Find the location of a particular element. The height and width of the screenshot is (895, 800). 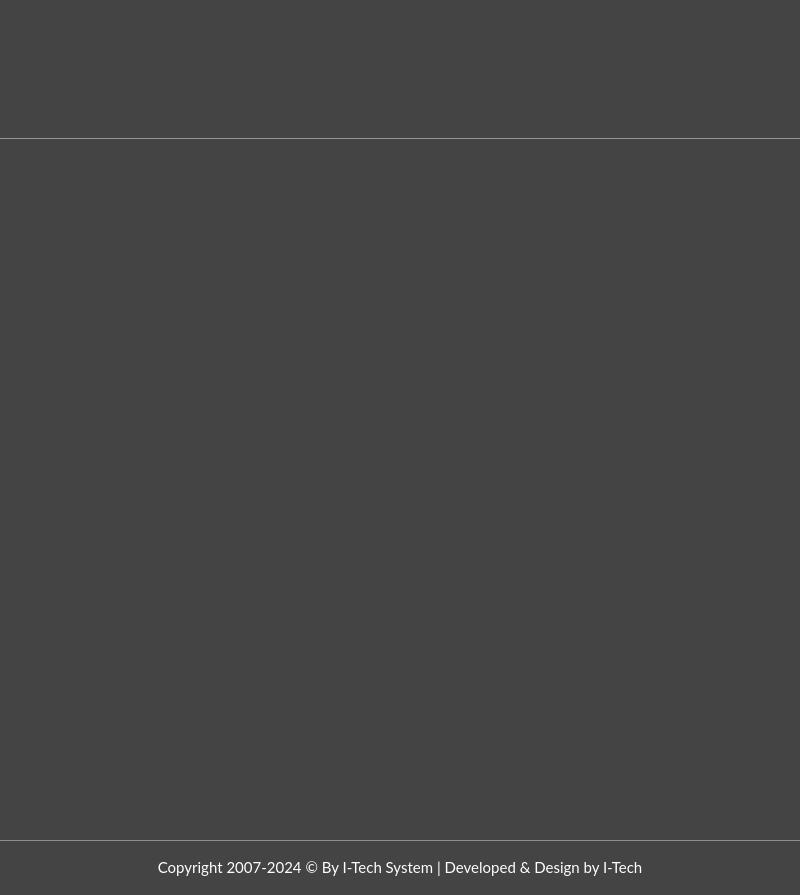

'|' is located at coordinates (433, 866).